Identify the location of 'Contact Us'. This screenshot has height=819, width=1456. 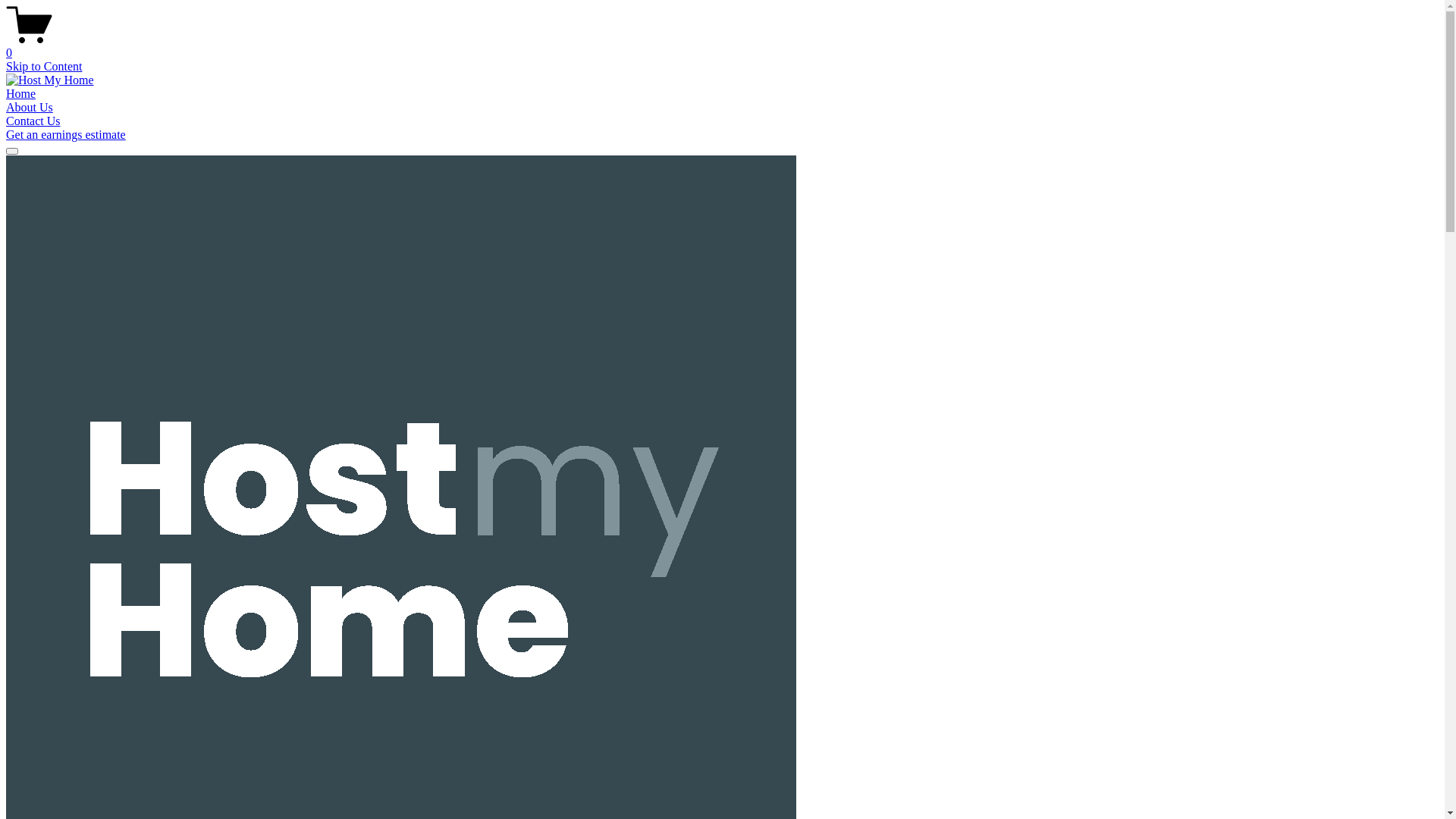
(33, 120).